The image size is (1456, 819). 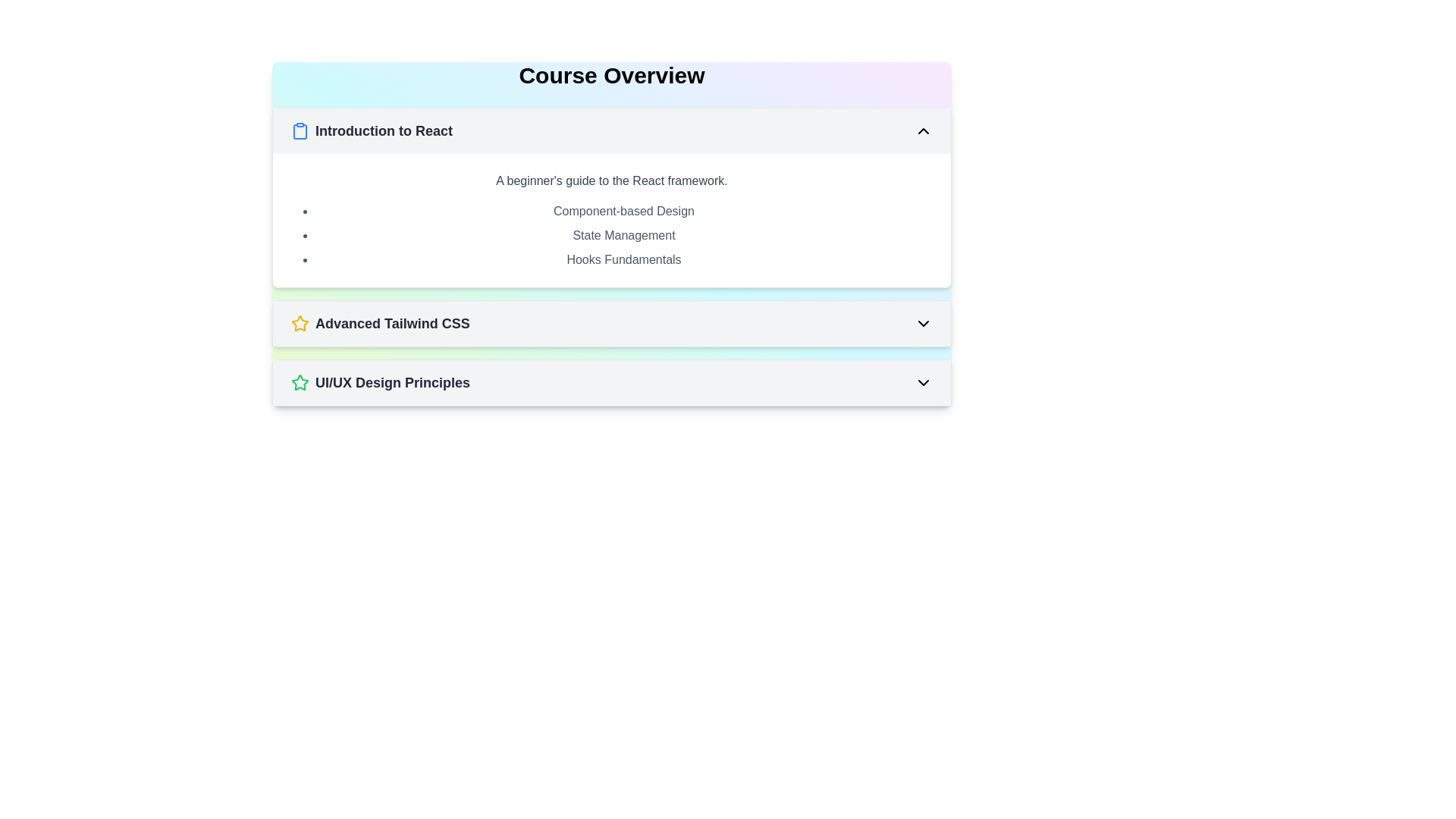 I want to click on the corresponding course section, so click(x=384, y=130).